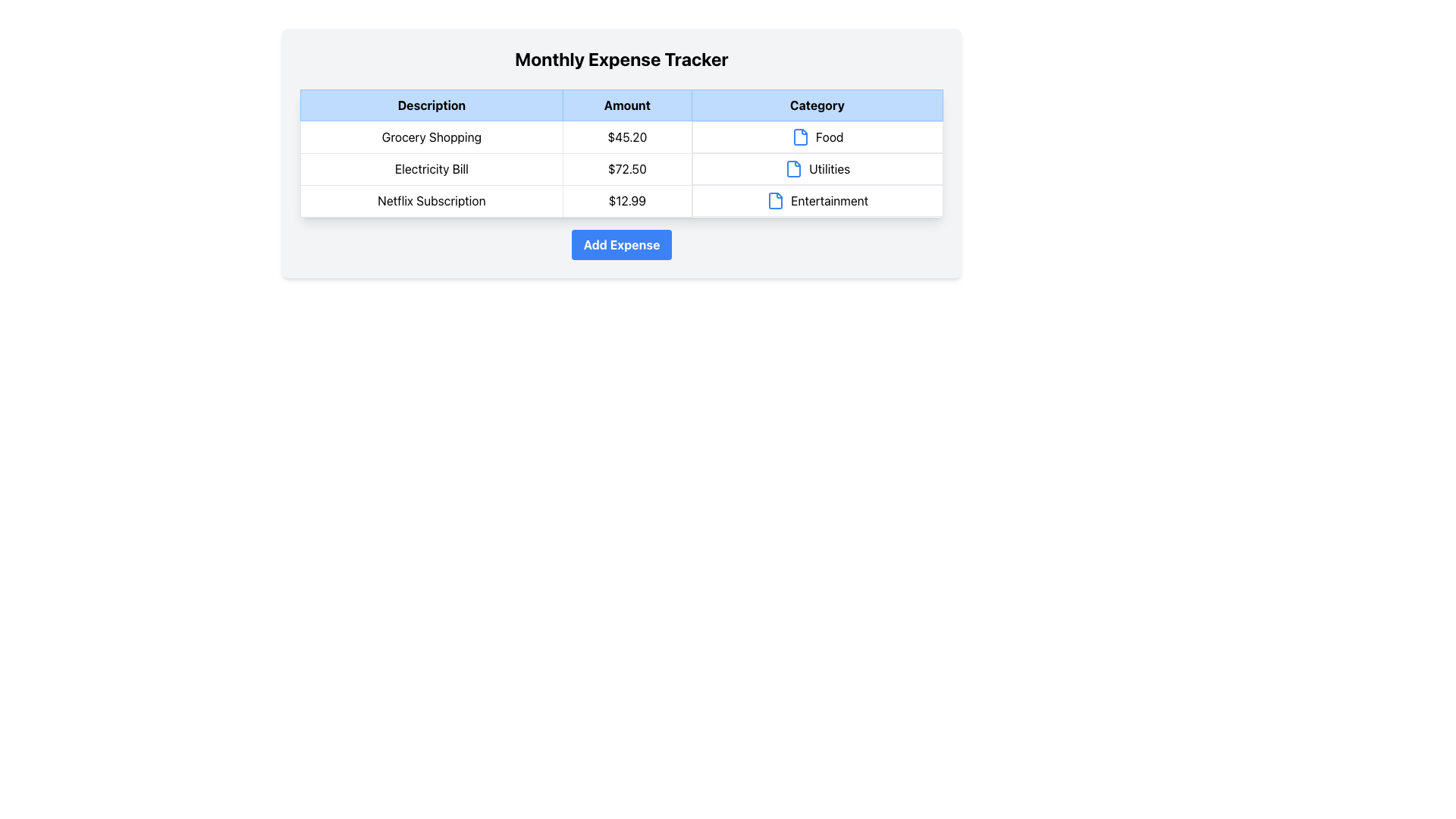  What do you see at coordinates (622, 169) in the screenshot?
I see `the second row of the Monthly Expense Tracker table, which displays an expense record with its description, amount, and category, for further actions or details` at bounding box center [622, 169].